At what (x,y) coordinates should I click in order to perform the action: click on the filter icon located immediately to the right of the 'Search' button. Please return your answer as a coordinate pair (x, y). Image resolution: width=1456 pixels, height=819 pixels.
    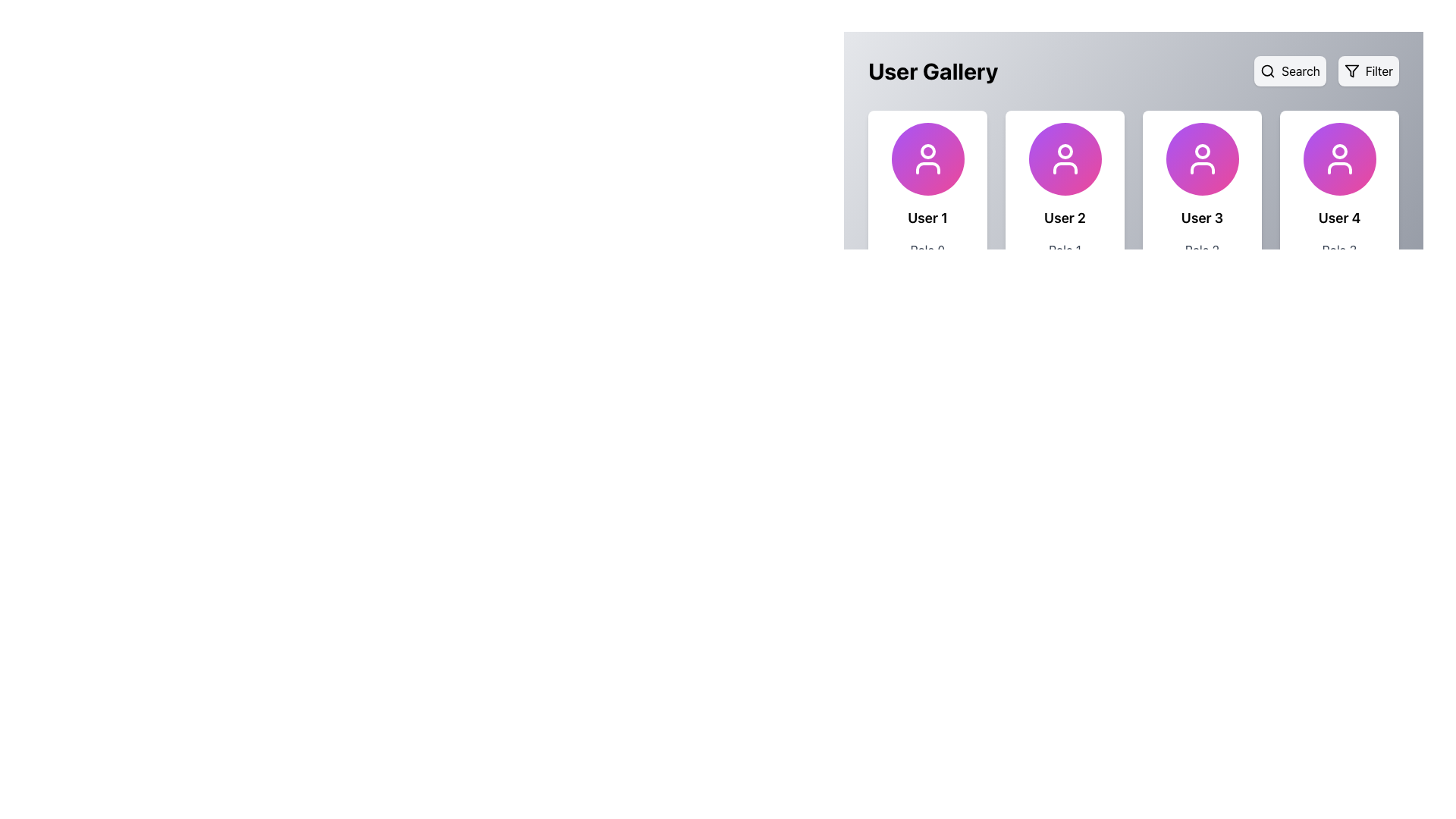
    Looking at the image, I should click on (1351, 71).